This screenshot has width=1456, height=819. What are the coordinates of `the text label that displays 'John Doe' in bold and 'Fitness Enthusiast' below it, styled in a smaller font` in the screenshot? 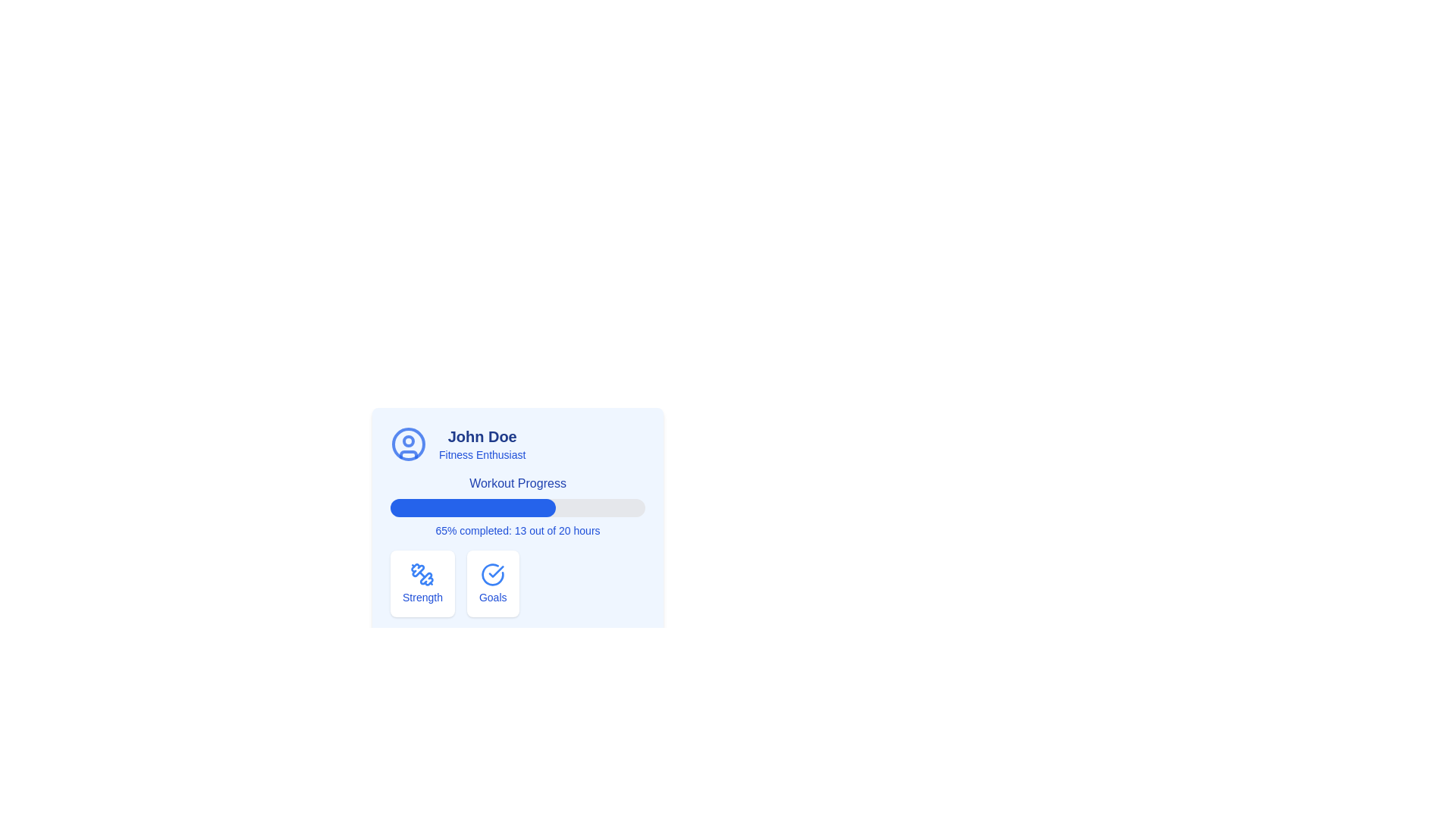 It's located at (482, 444).